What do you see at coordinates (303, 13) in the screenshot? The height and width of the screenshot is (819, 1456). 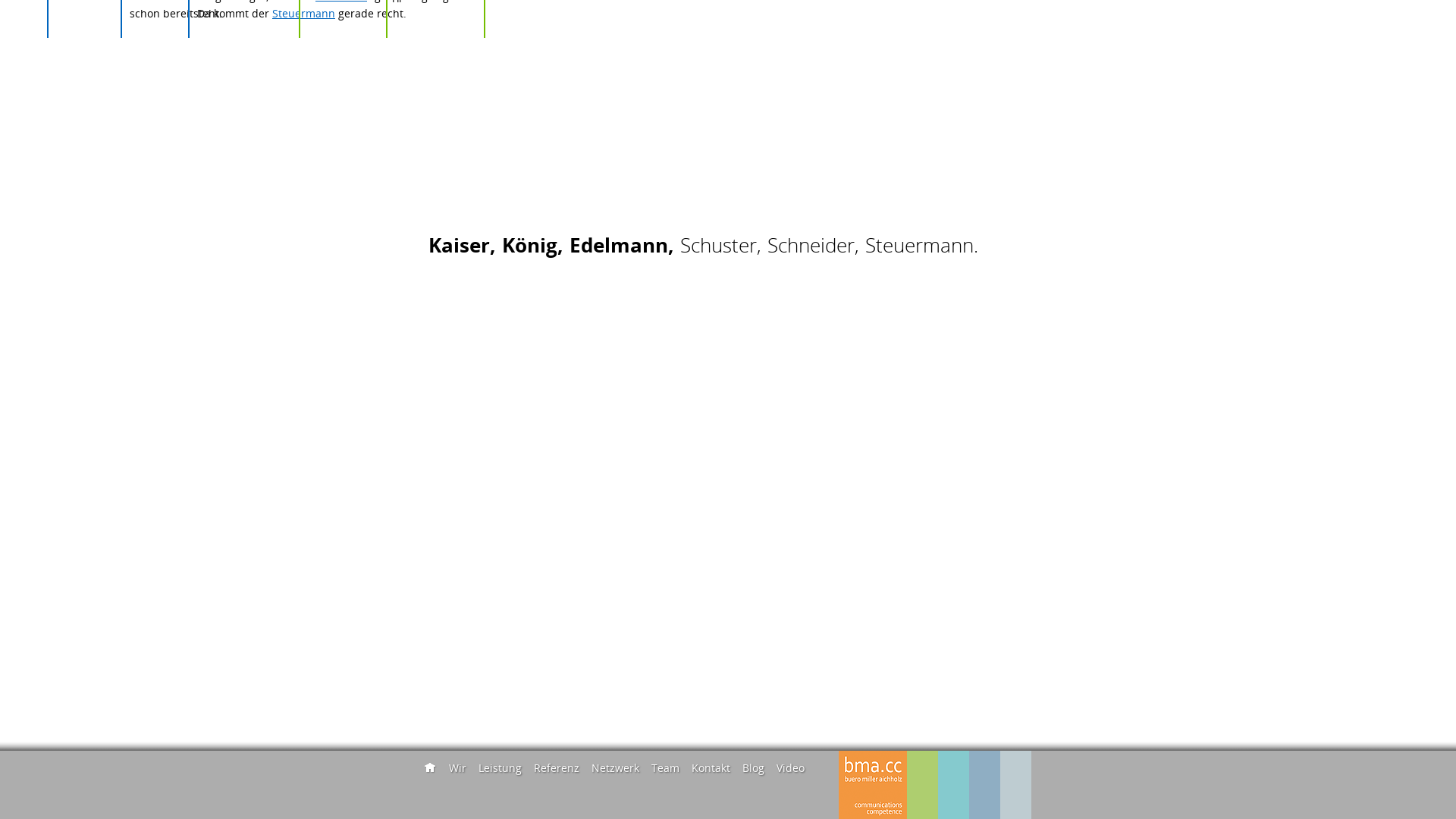 I see `'Steuermann'` at bounding box center [303, 13].